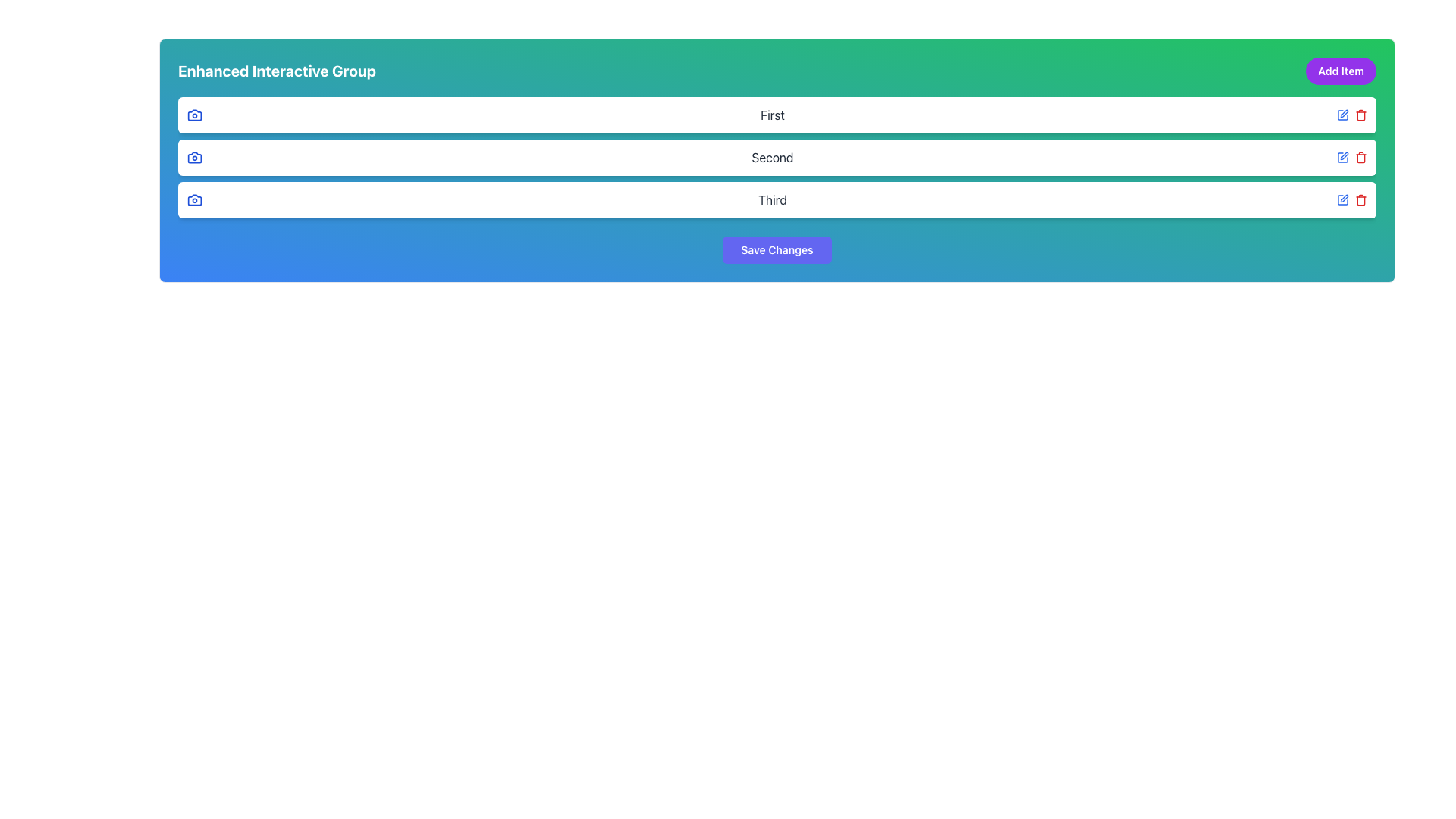 Image resolution: width=1456 pixels, height=819 pixels. What do you see at coordinates (1343, 158) in the screenshot?
I see `the rectangular icon resembling a simplified square outline, which is part of an SVG graphic and positioned in the third row of items, next to the garbage bin icon` at bounding box center [1343, 158].